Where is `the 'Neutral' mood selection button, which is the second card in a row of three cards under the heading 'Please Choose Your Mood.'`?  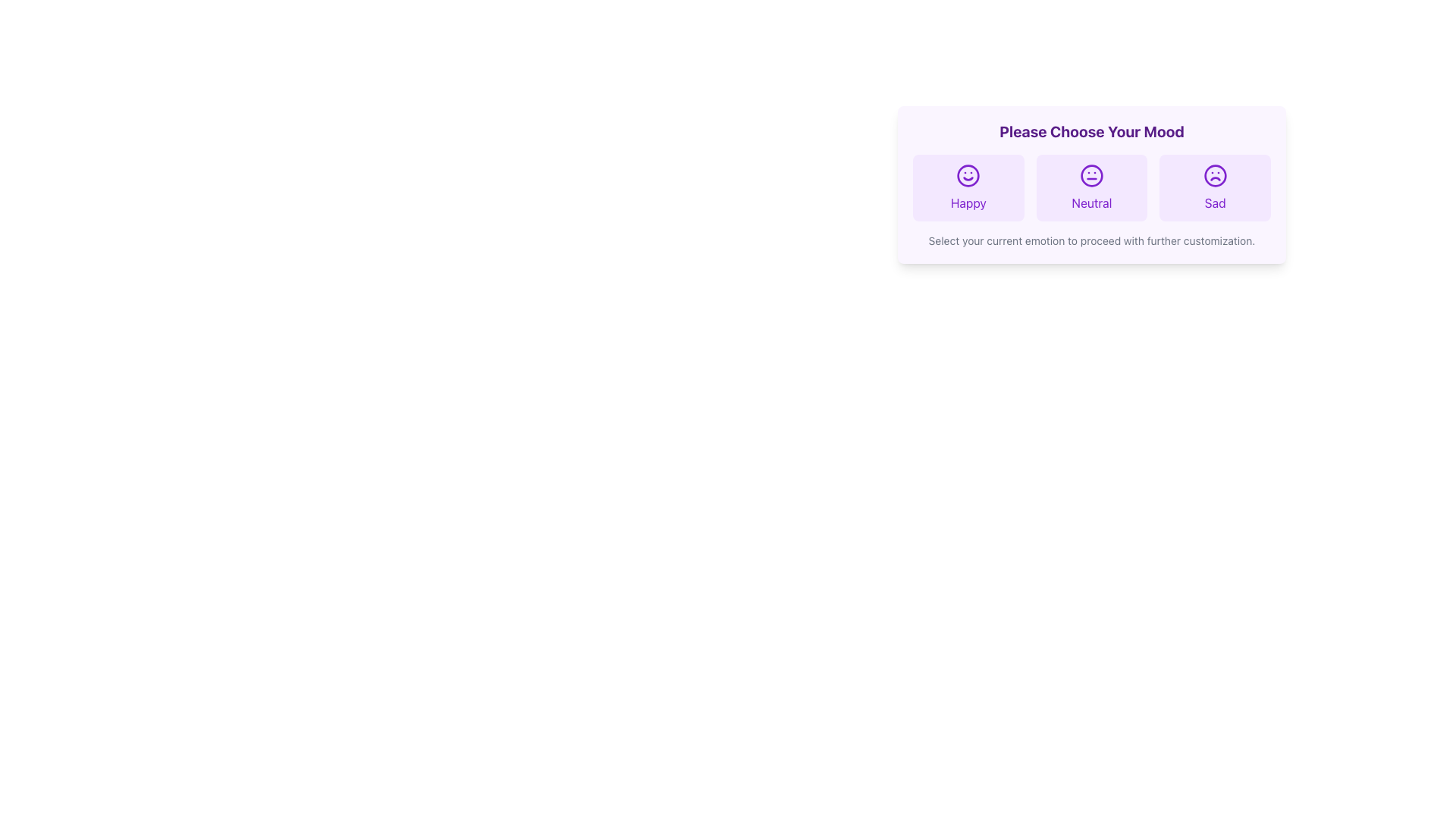 the 'Neutral' mood selection button, which is the second card in a row of three cards under the heading 'Please Choose Your Mood.' is located at coordinates (1092, 187).